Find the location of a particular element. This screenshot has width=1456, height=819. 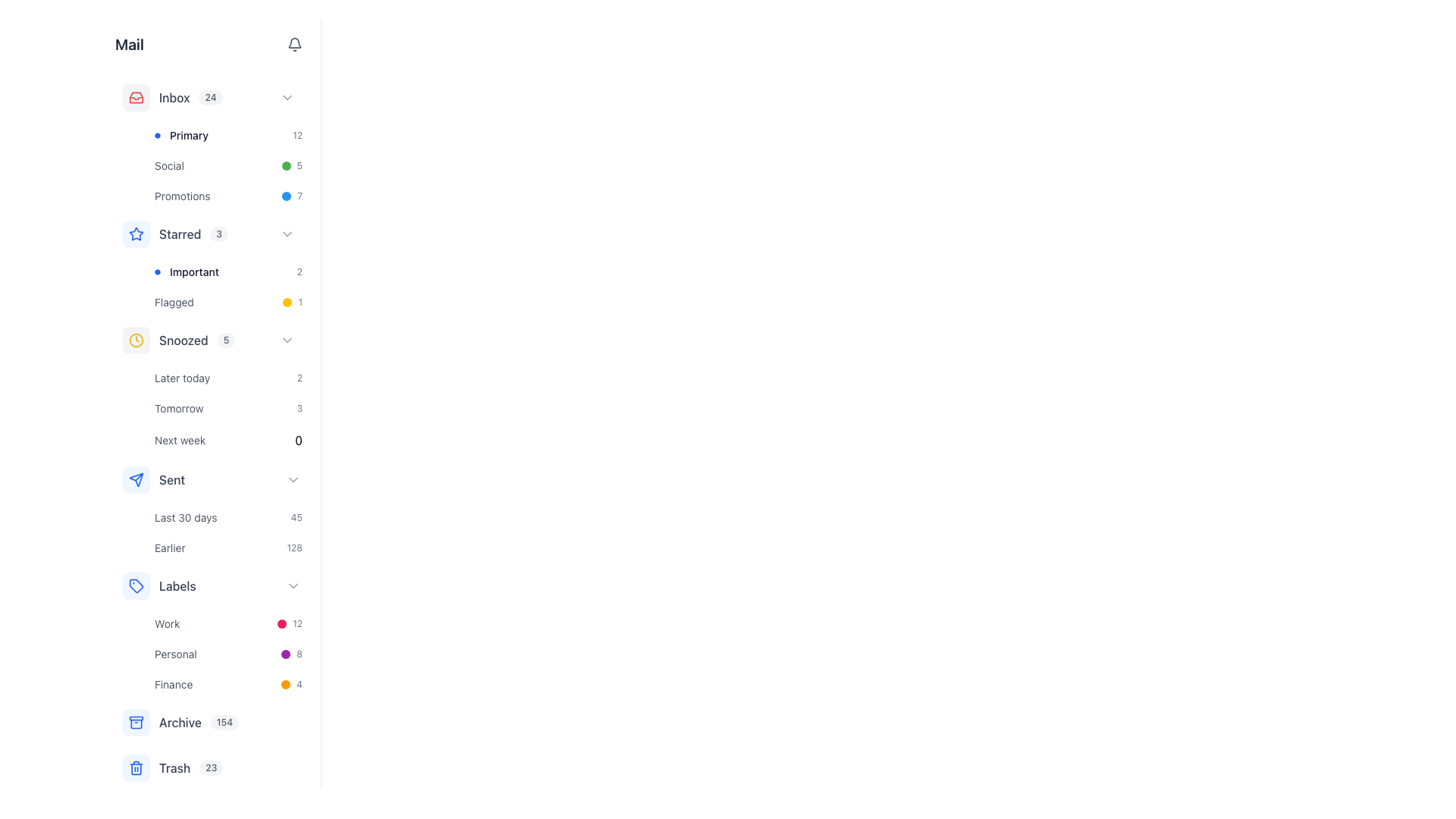

the Text label displaying 'Tomorrow' styled in gray font, which is the first item in the 'Snoozed' category list, located between 'Later today' and '3' is located at coordinates (179, 408).